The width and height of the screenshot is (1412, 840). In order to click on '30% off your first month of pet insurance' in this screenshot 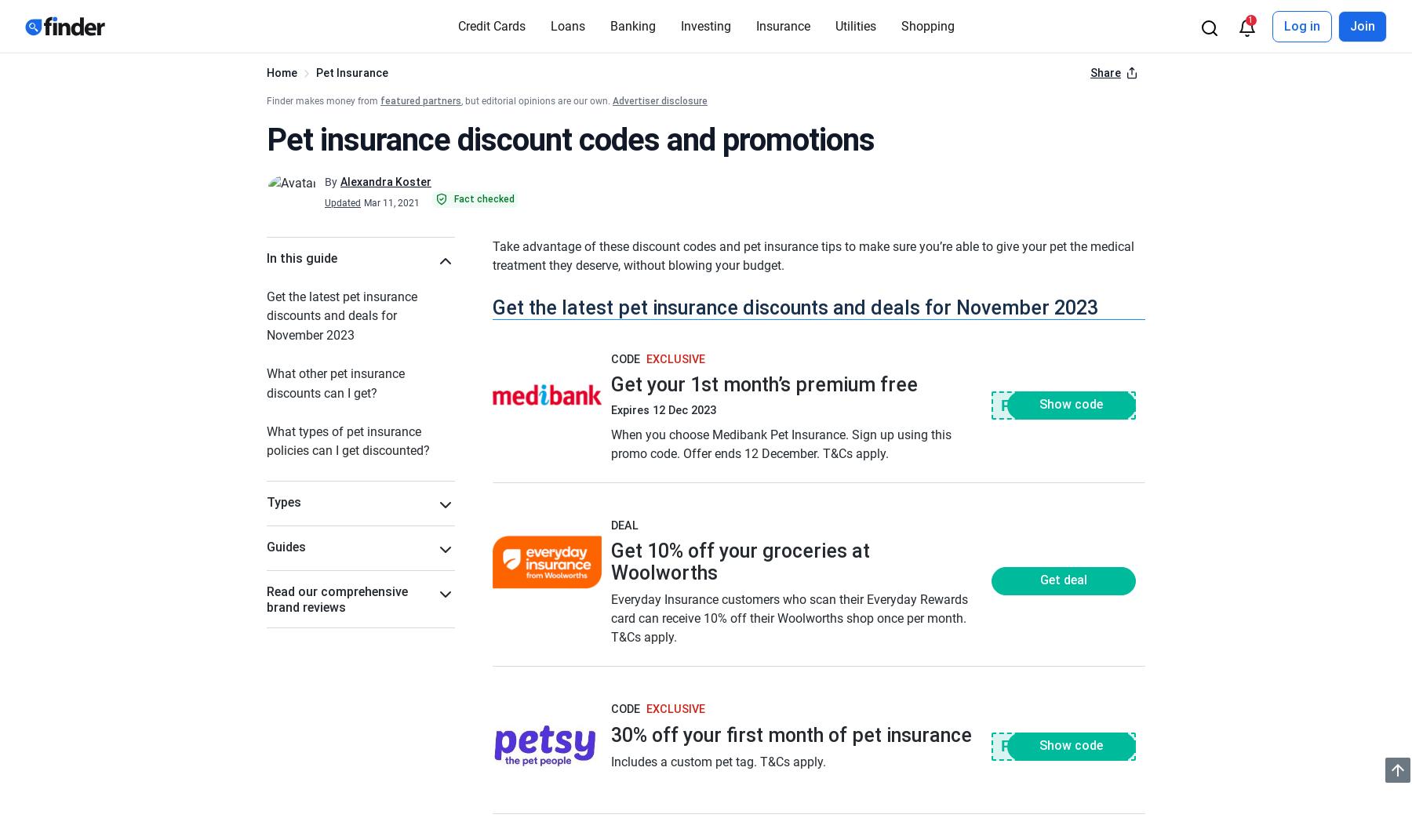, I will do `click(790, 734)`.